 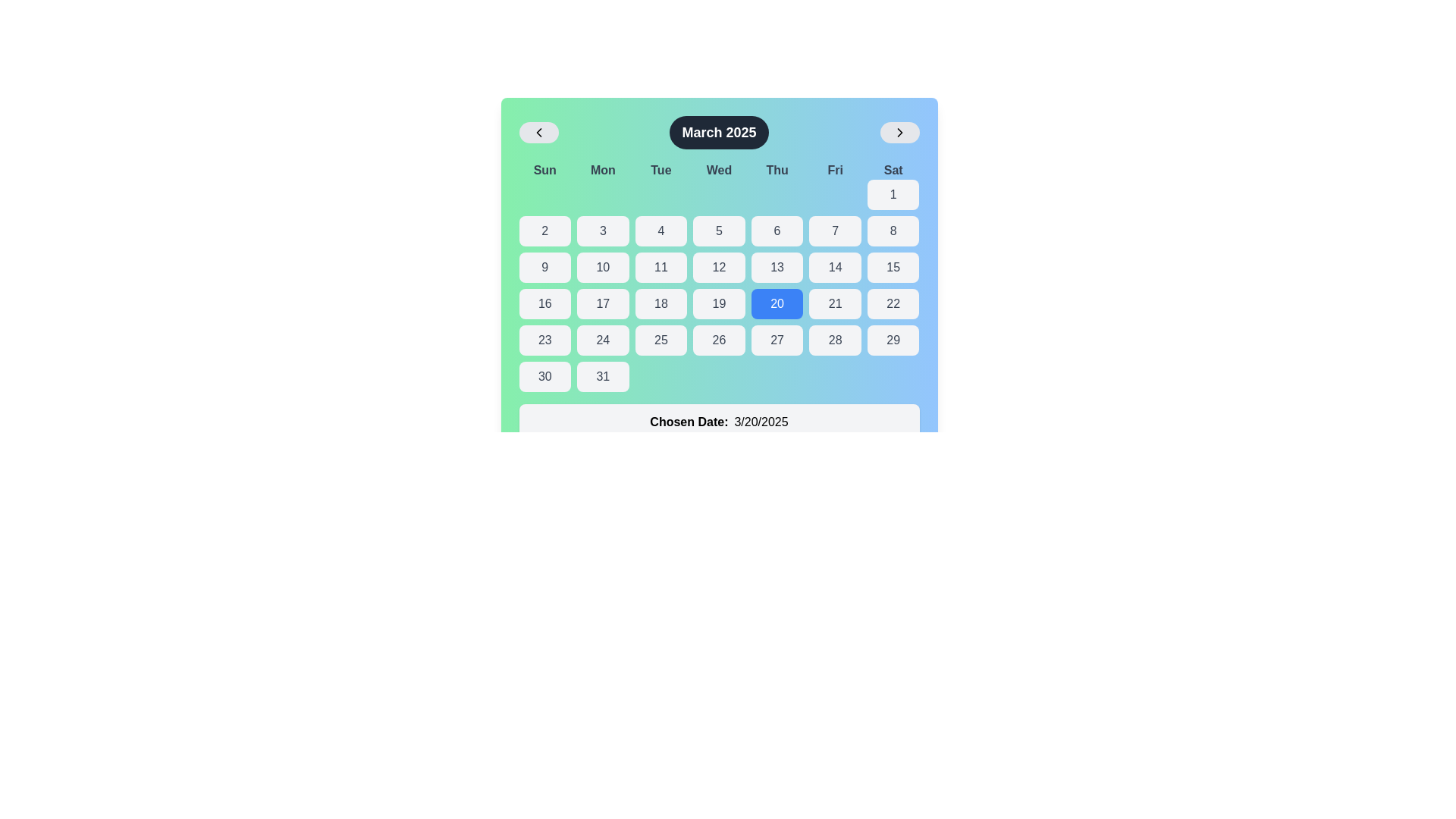 What do you see at coordinates (538, 131) in the screenshot?
I see `the button with an arrow icon located` at bounding box center [538, 131].